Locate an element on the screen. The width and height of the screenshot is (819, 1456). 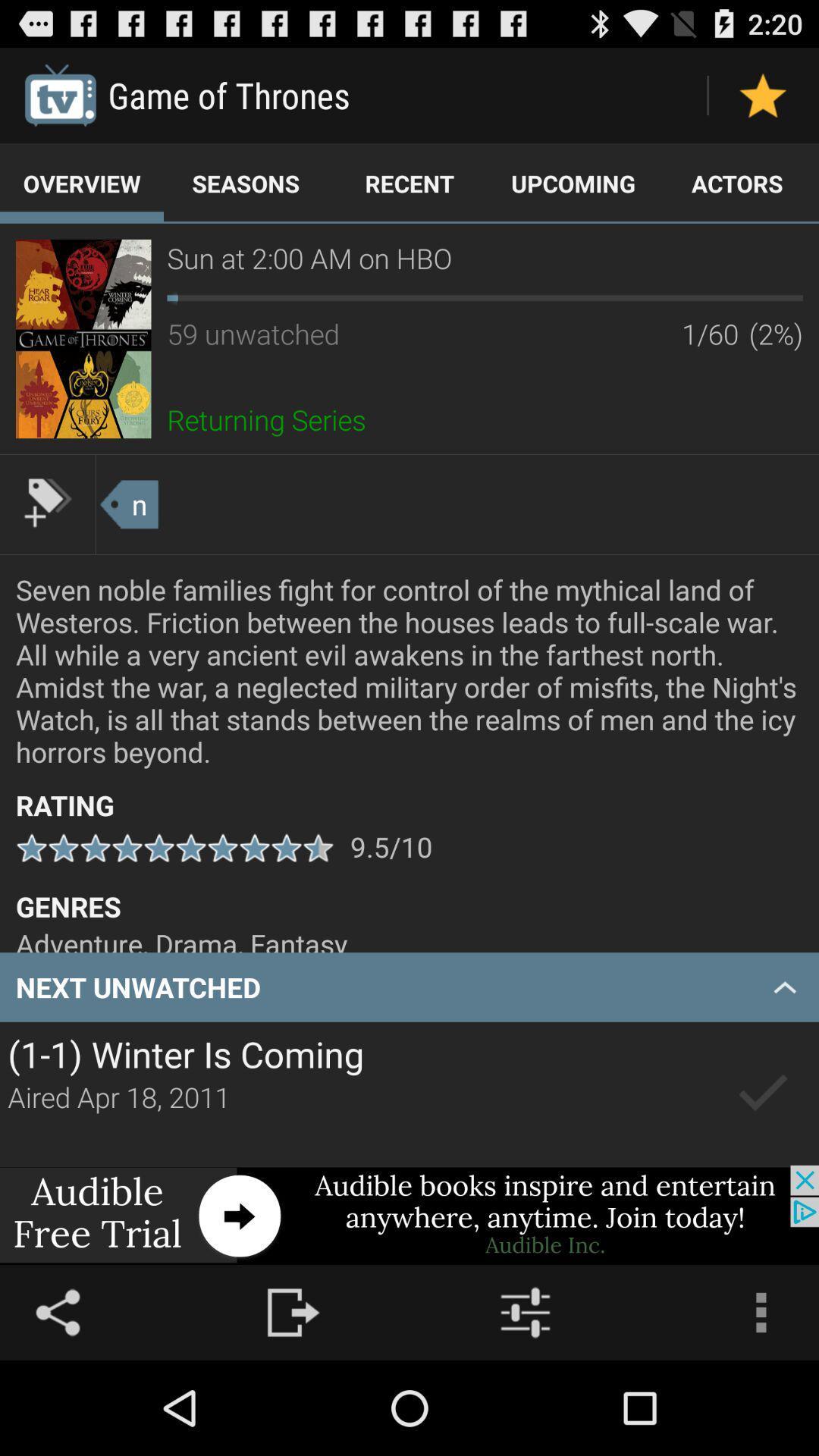
advertisement is located at coordinates (83, 337).